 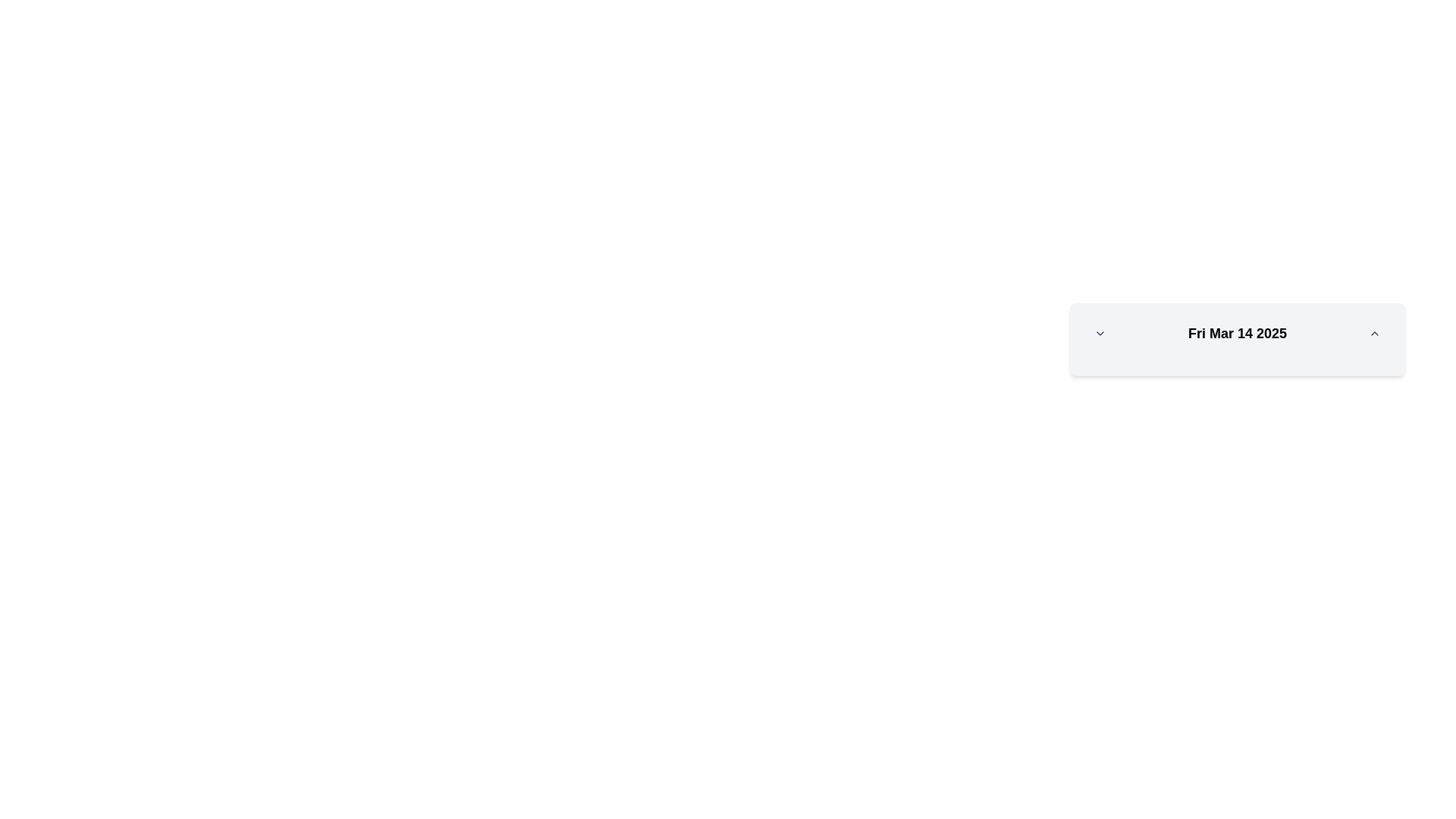 I want to click on the downwards-facing chevron icon beside the date label 'Fri Mar 14 2025', so click(x=1100, y=332).